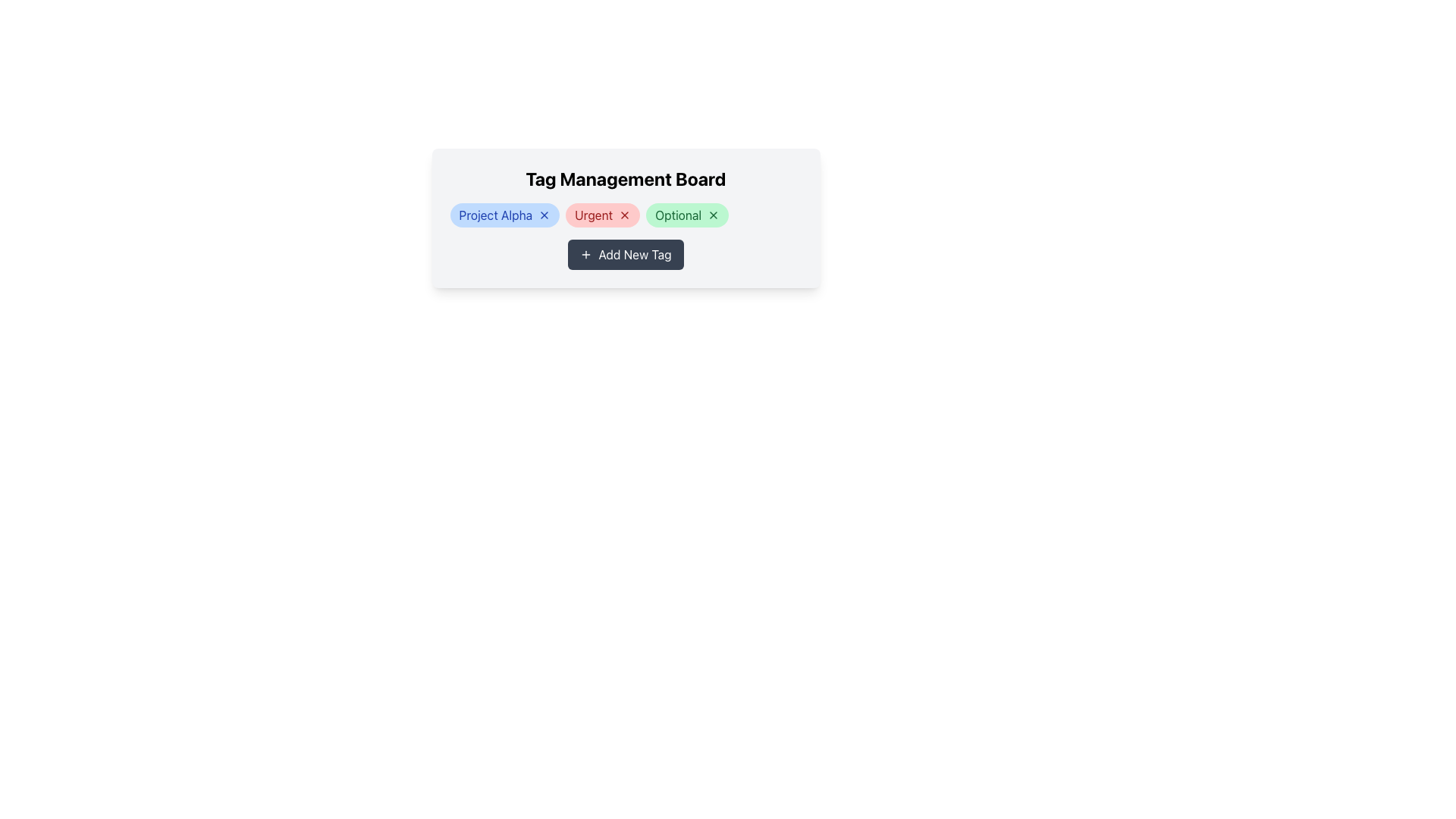 The image size is (1456, 819). What do you see at coordinates (544, 215) in the screenshot?
I see `the blue 'X' icon button` at bounding box center [544, 215].